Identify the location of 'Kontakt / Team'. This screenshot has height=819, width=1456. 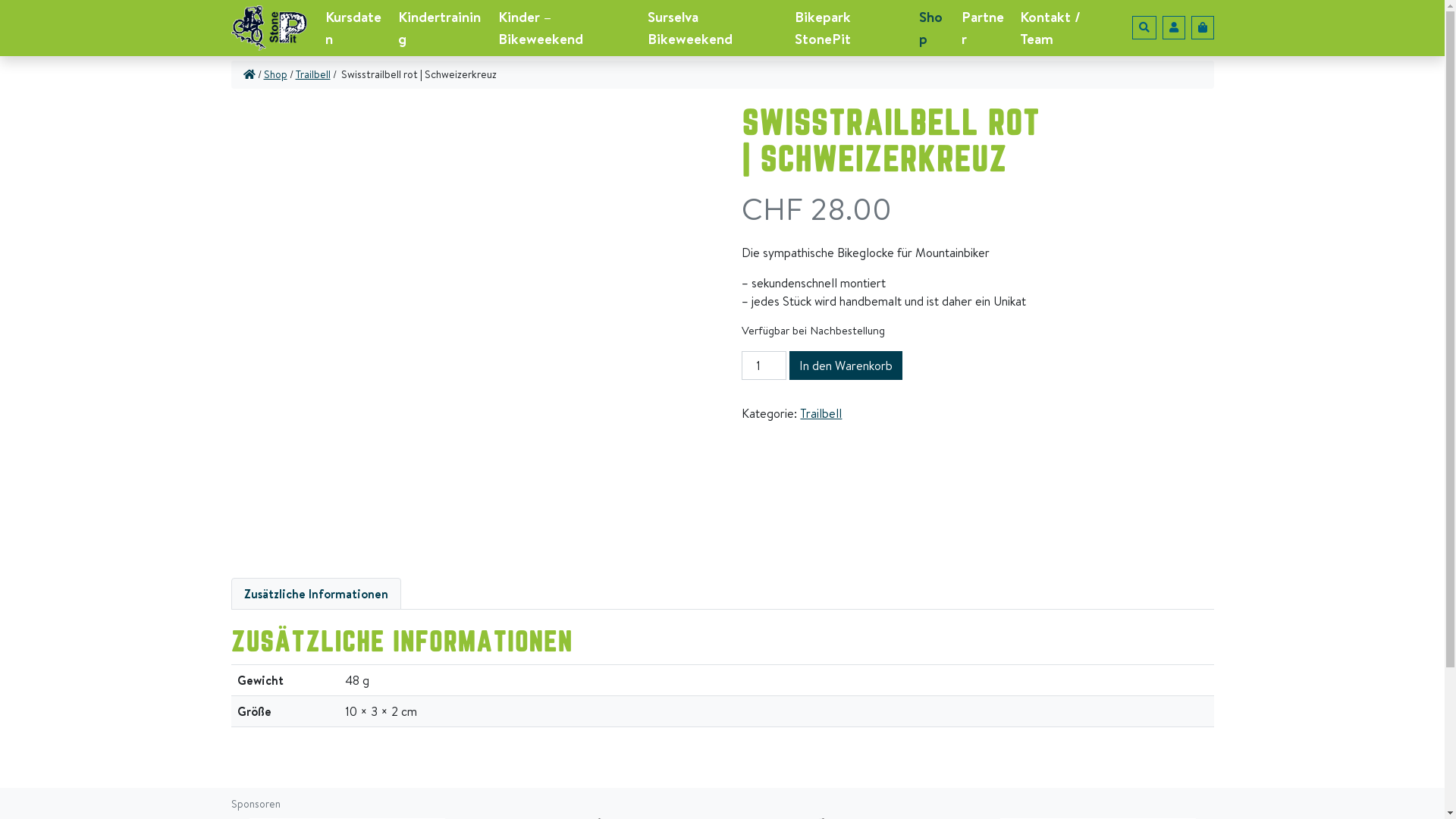
(1062, 28).